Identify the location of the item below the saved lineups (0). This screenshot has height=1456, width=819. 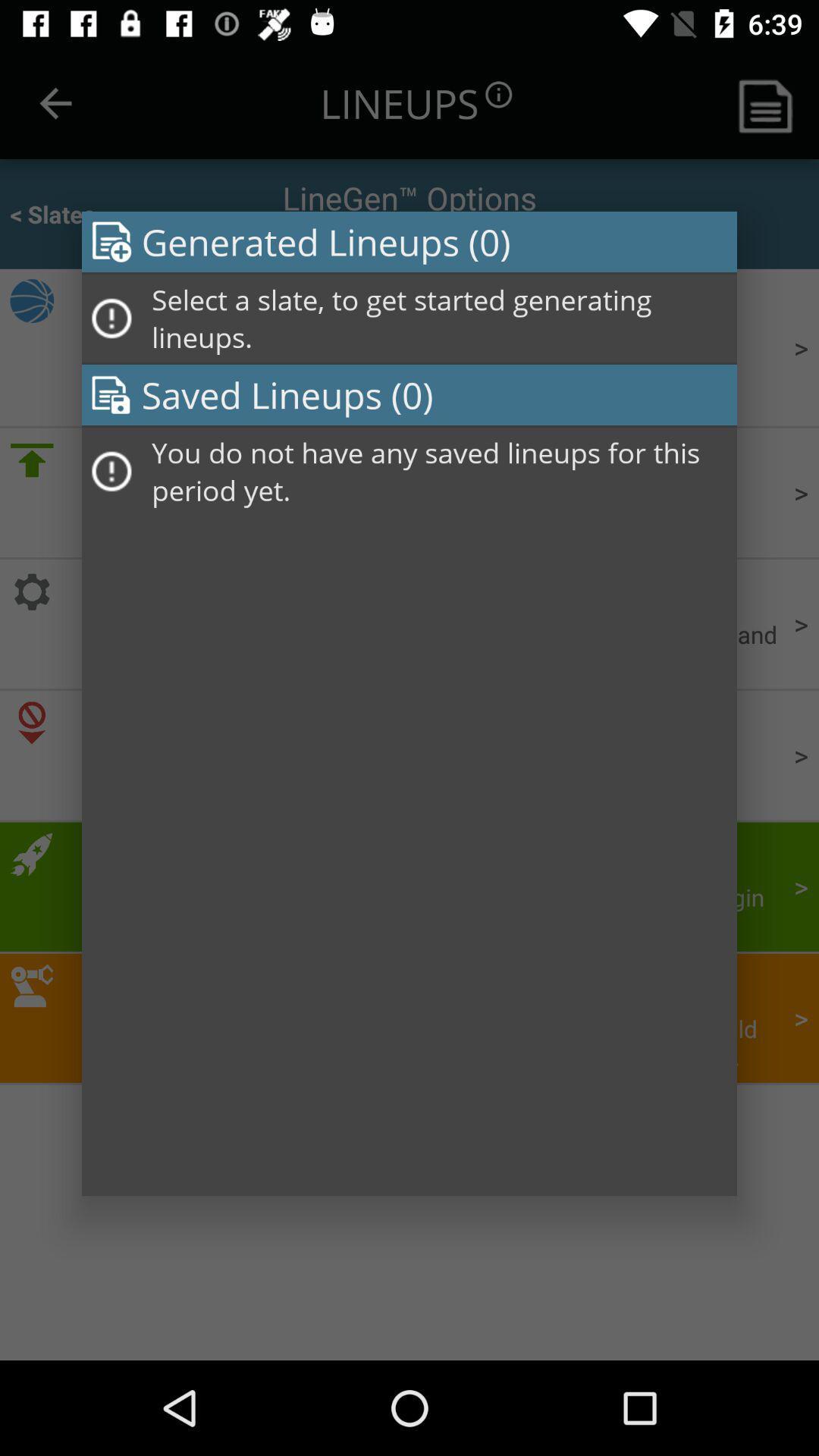
(439, 470).